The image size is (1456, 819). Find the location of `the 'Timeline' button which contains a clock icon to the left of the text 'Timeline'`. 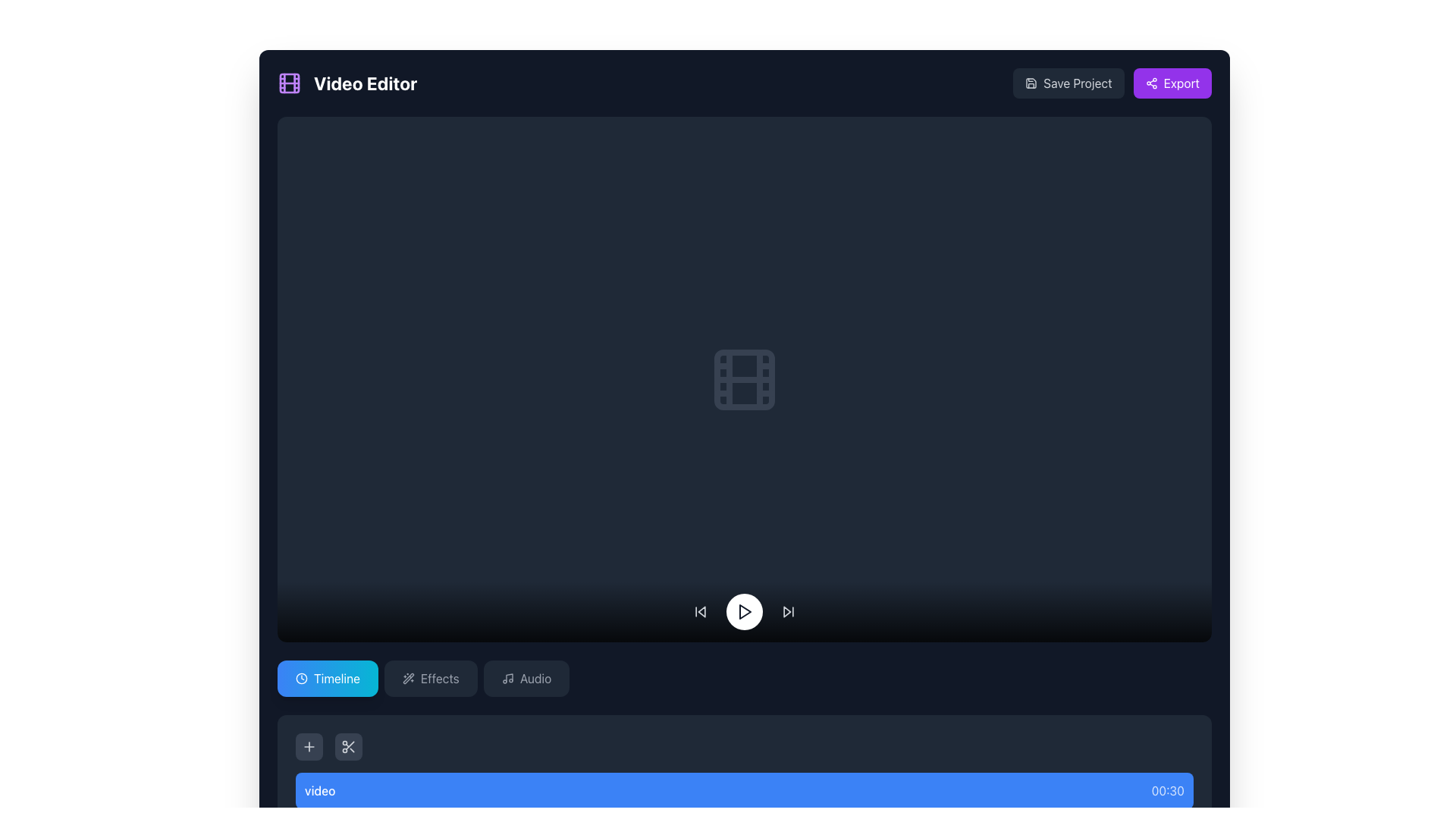

the 'Timeline' button which contains a clock icon to the left of the text 'Timeline' is located at coordinates (302, 677).